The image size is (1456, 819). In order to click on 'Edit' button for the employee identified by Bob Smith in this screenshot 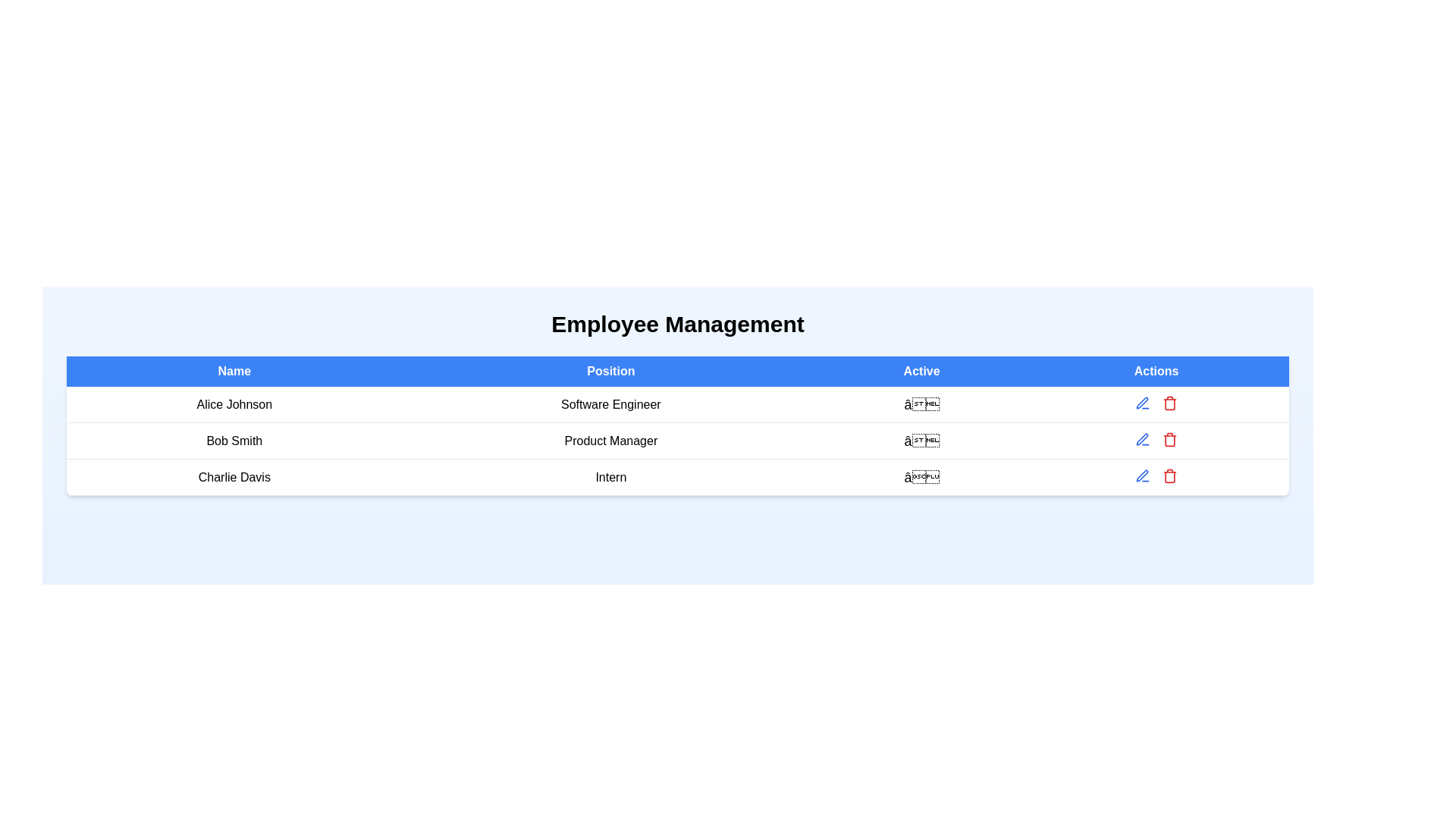, I will do `click(1143, 439)`.